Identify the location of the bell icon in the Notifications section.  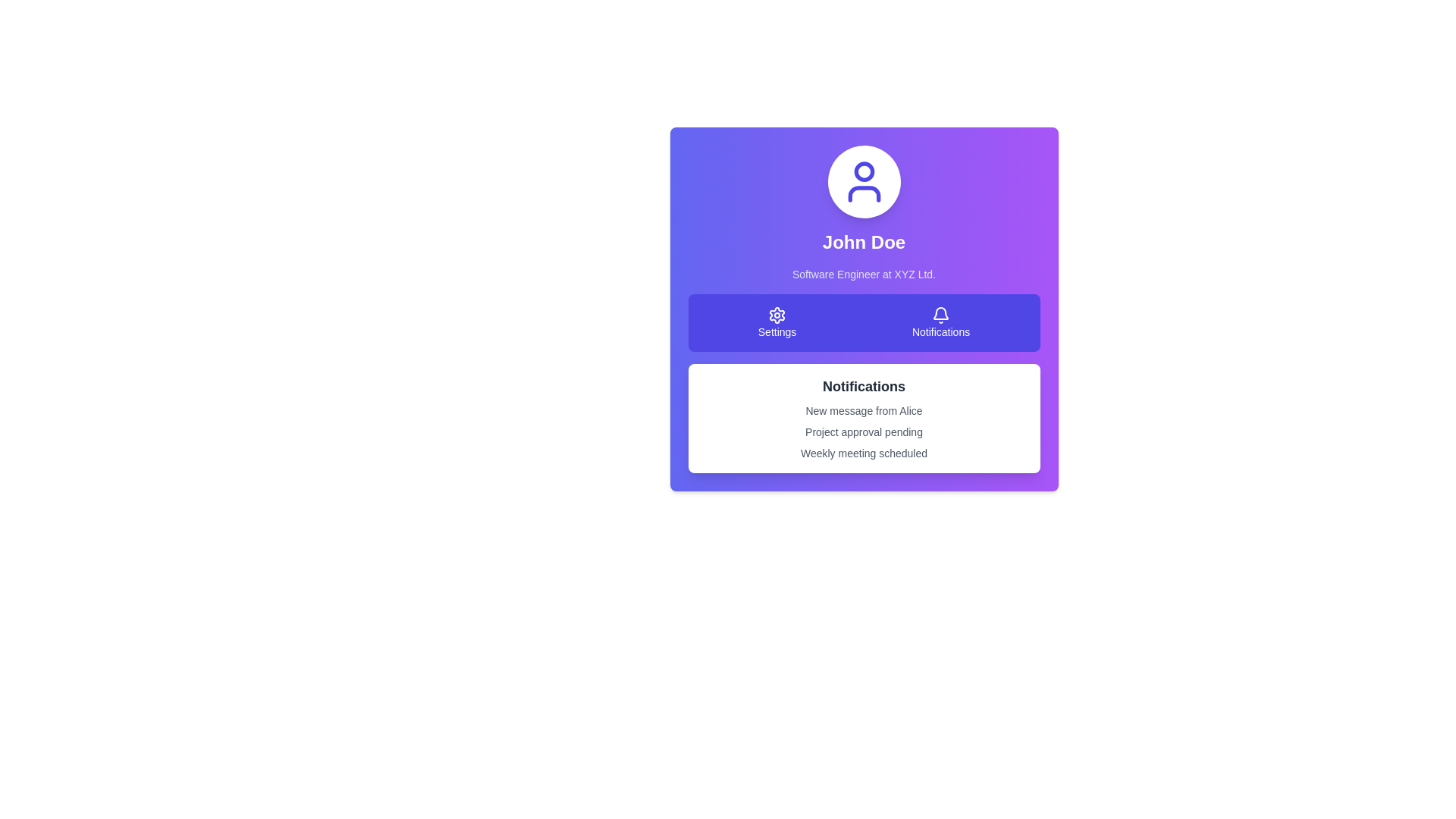
(940, 315).